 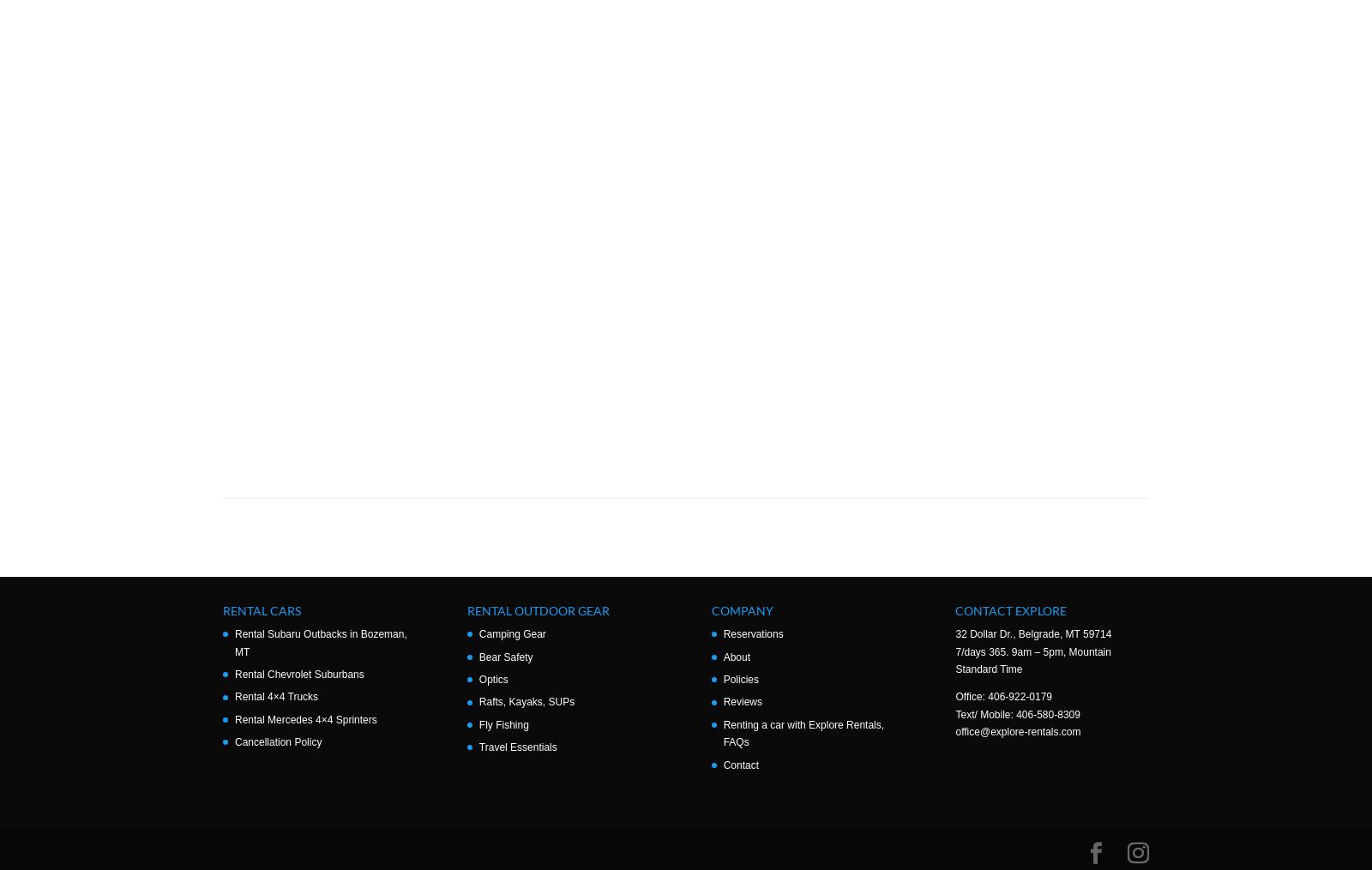 What do you see at coordinates (1017, 714) in the screenshot?
I see `'Text/ Mobile: 406-580-8309'` at bounding box center [1017, 714].